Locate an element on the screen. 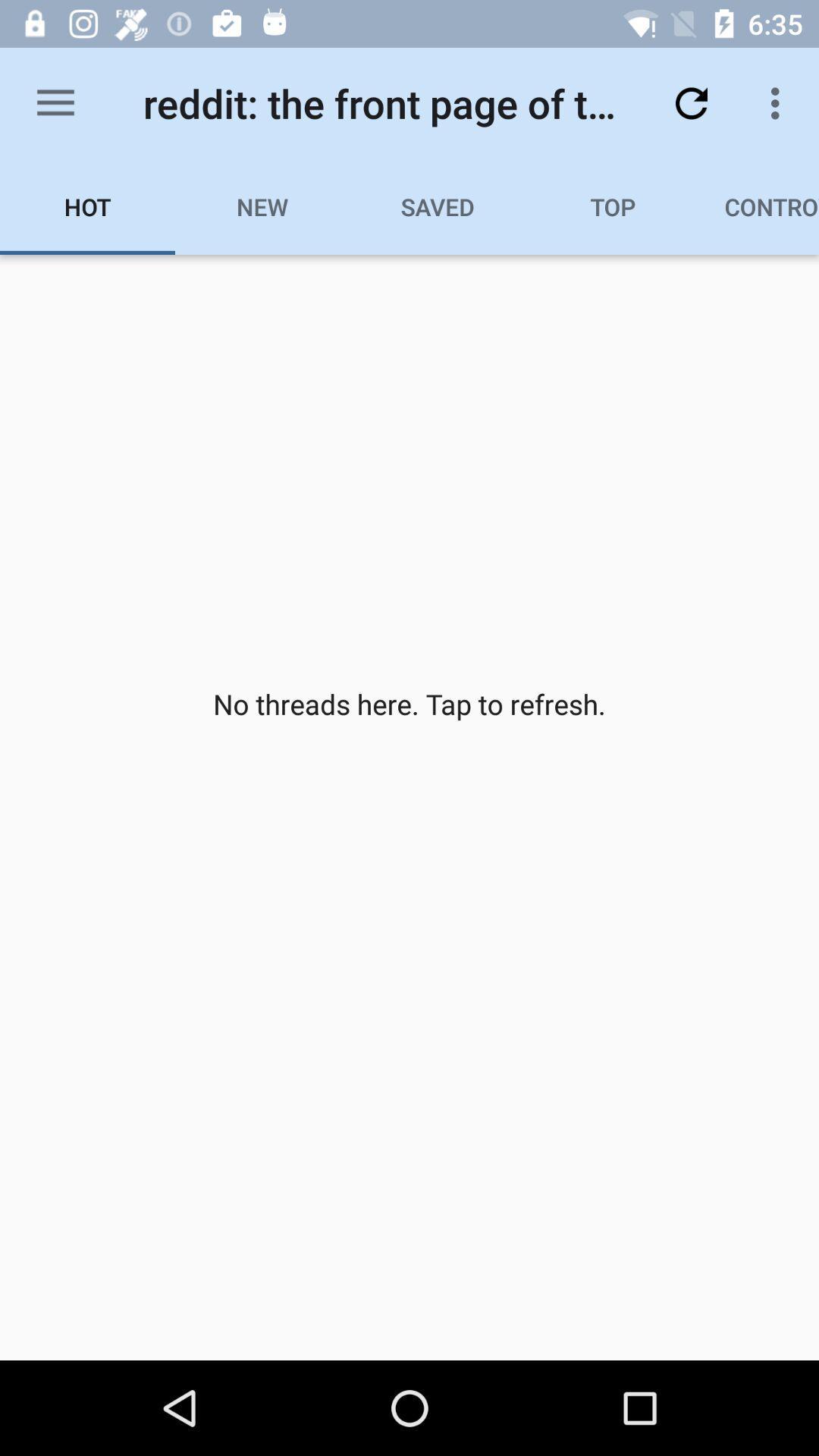  item next to the reddit the front is located at coordinates (691, 102).